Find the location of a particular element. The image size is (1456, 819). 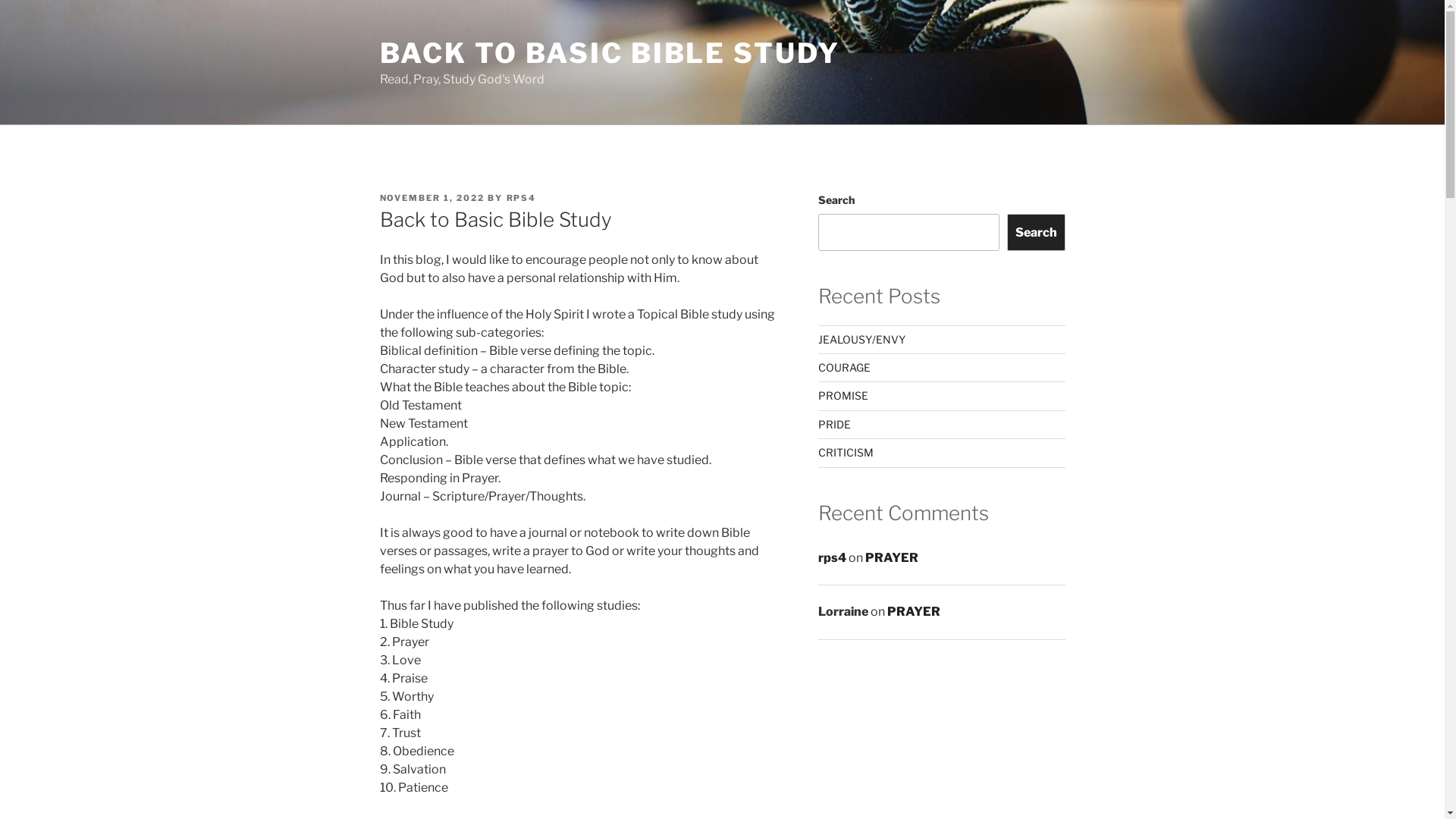

'PRAYER' is located at coordinates (887, 610).